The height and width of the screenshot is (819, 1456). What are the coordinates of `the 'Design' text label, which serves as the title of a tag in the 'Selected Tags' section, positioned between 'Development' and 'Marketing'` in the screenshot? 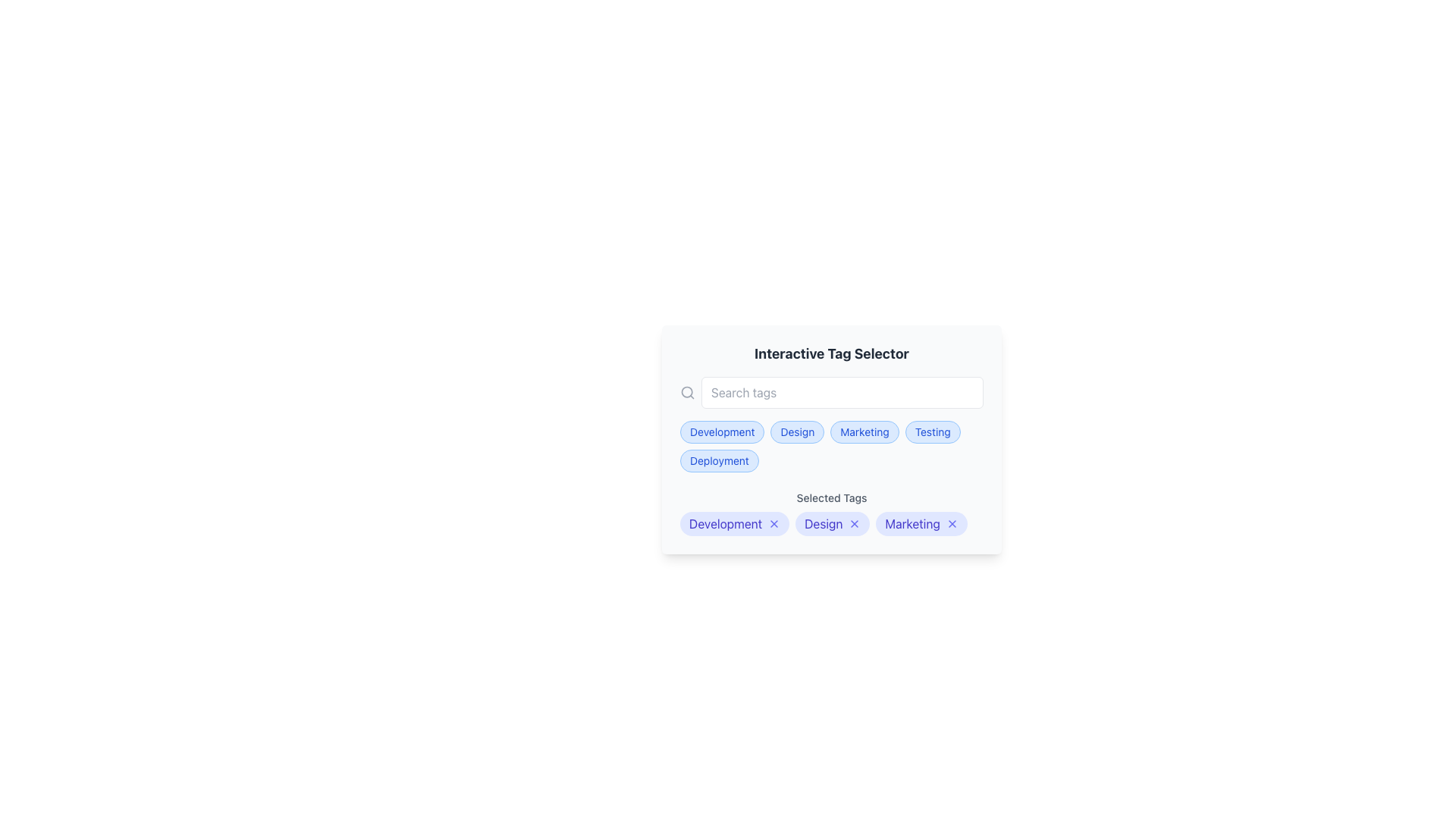 It's located at (823, 522).